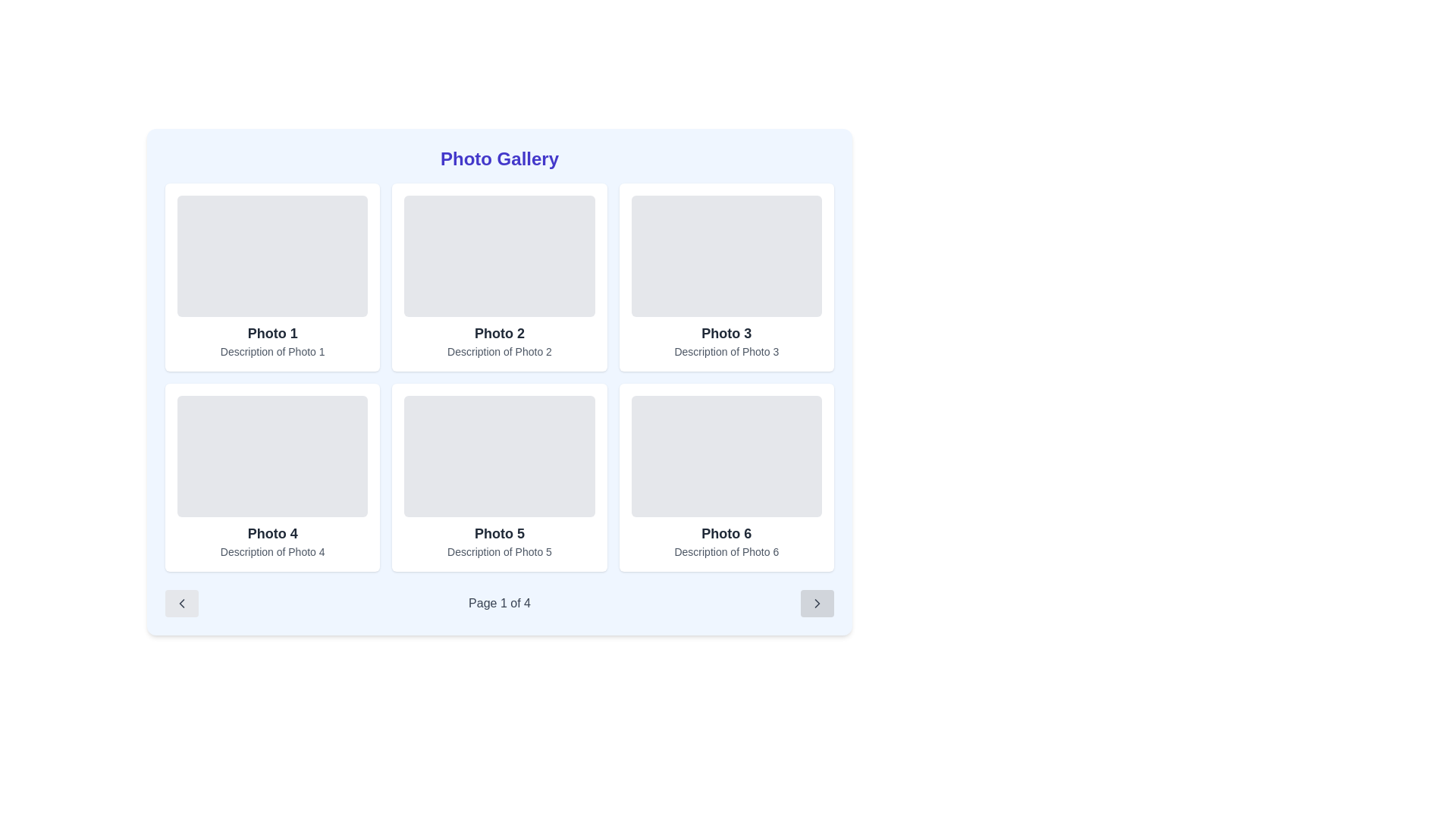 The image size is (1456, 819). Describe the element at coordinates (182, 602) in the screenshot. I see `the Chevron Left icon located at the bottom-left corner of the content frame` at that location.